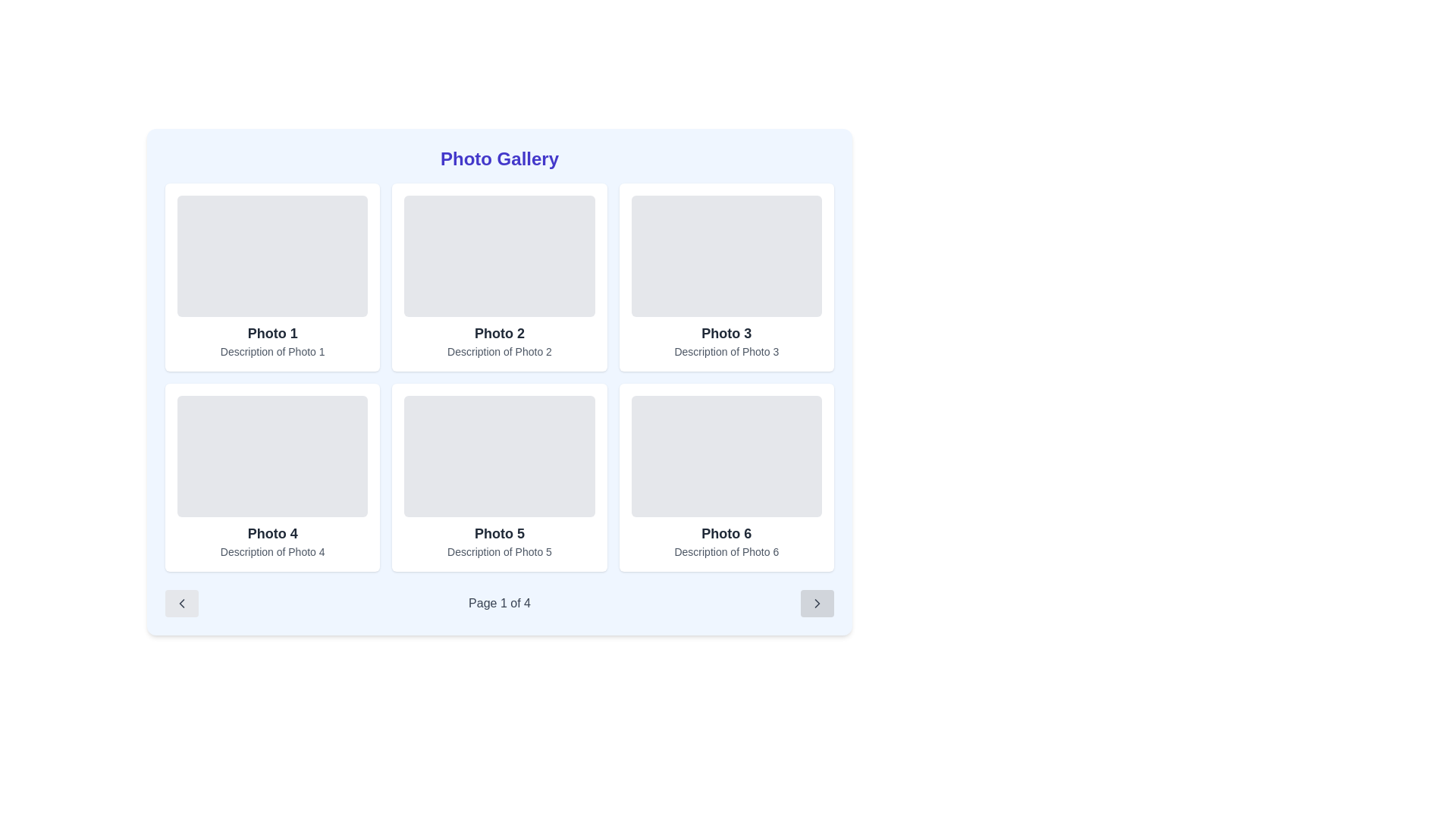 The image size is (1456, 819). Describe the element at coordinates (182, 602) in the screenshot. I see `the Chevron Left icon located at the bottom-left corner of the content frame` at that location.